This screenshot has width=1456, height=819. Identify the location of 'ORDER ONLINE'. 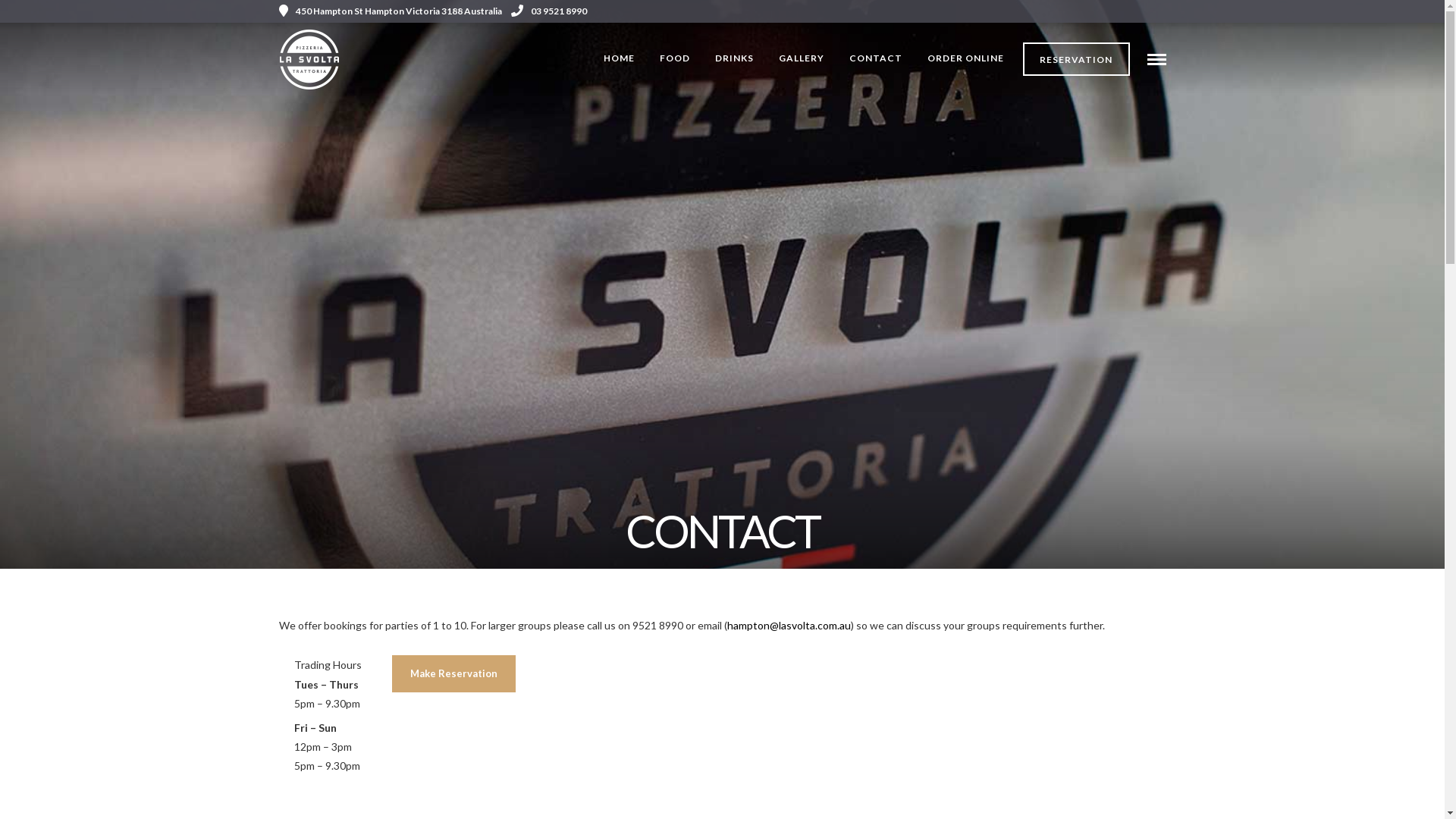
(965, 58).